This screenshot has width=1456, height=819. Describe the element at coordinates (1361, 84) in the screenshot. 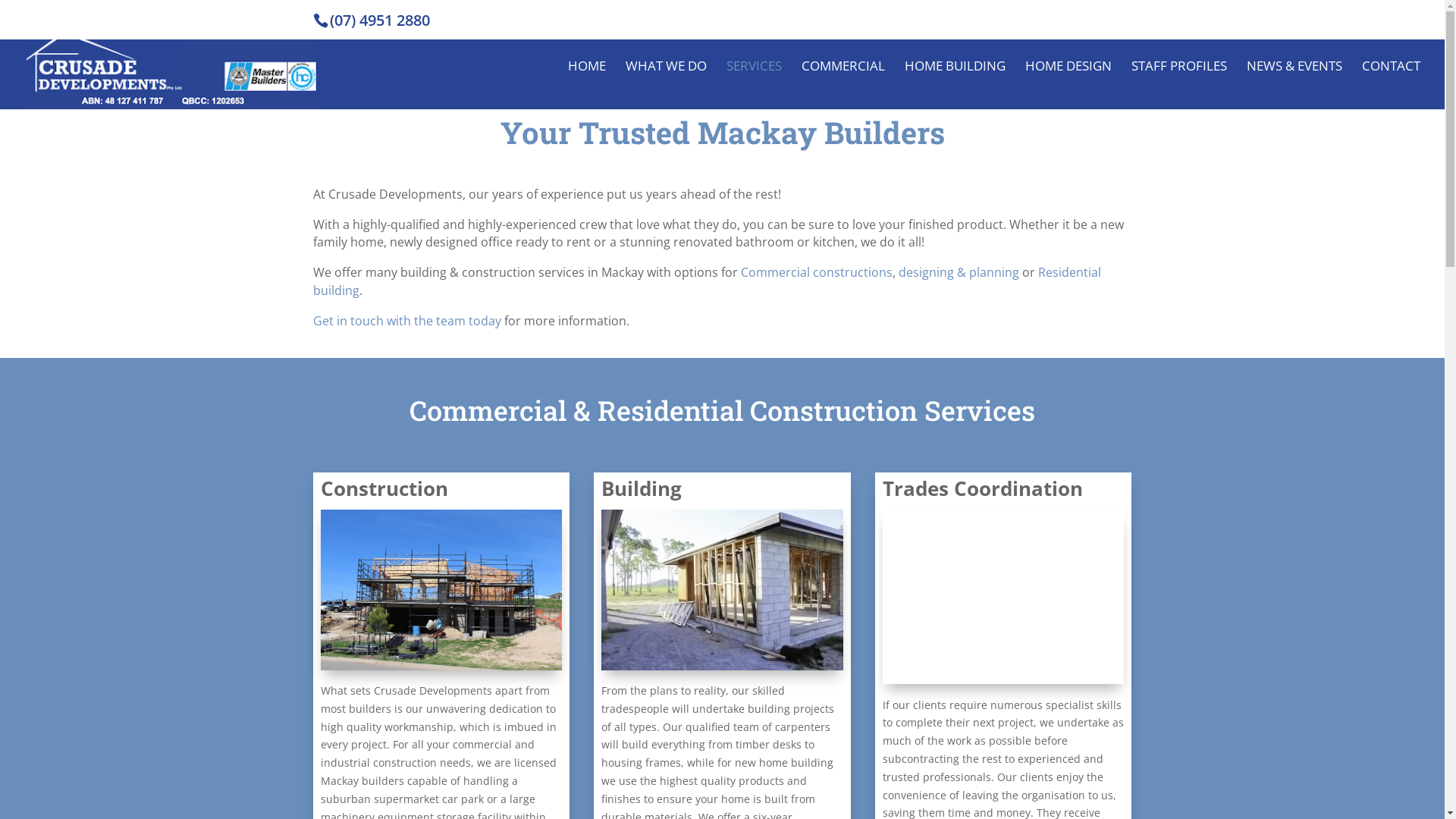

I see `'CONTACT'` at that location.